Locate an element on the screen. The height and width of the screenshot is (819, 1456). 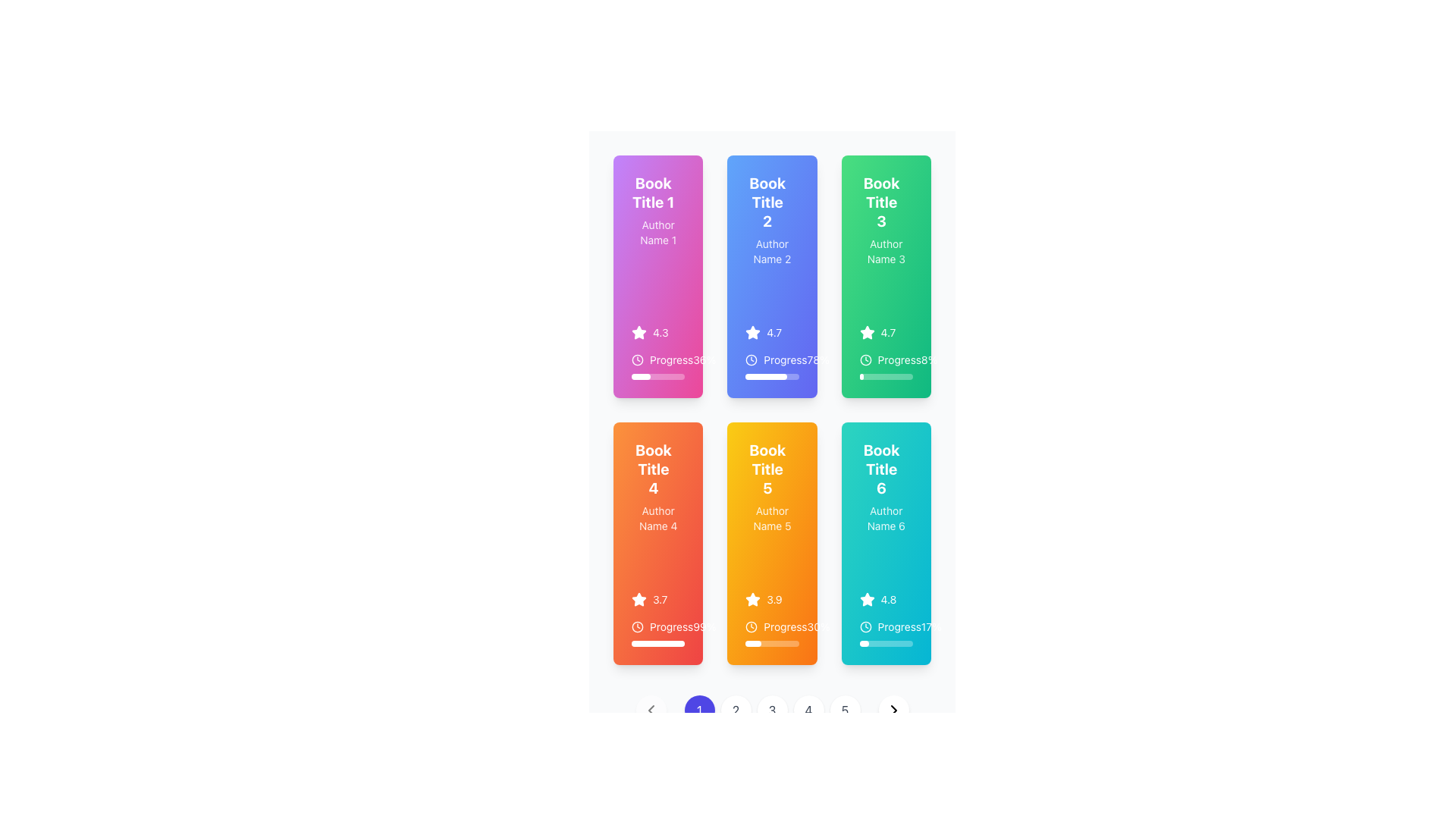
the fourth button in the pagination system to change its appearance is located at coordinates (808, 711).